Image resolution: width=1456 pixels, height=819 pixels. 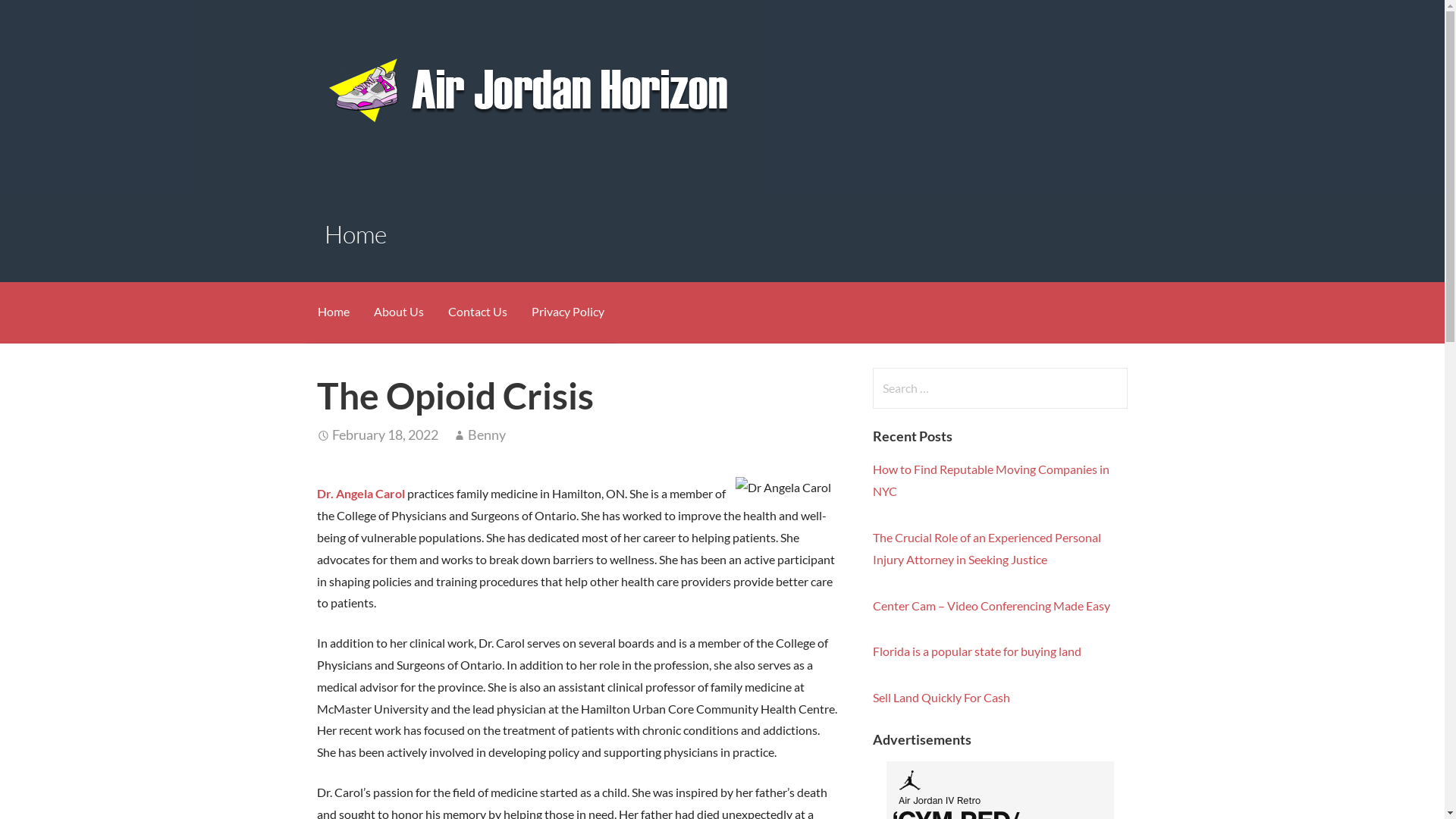 What do you see at coordinates (475, 312) in the screenshot?
I see `'Contact Us'` at bounding box center [475, 312].